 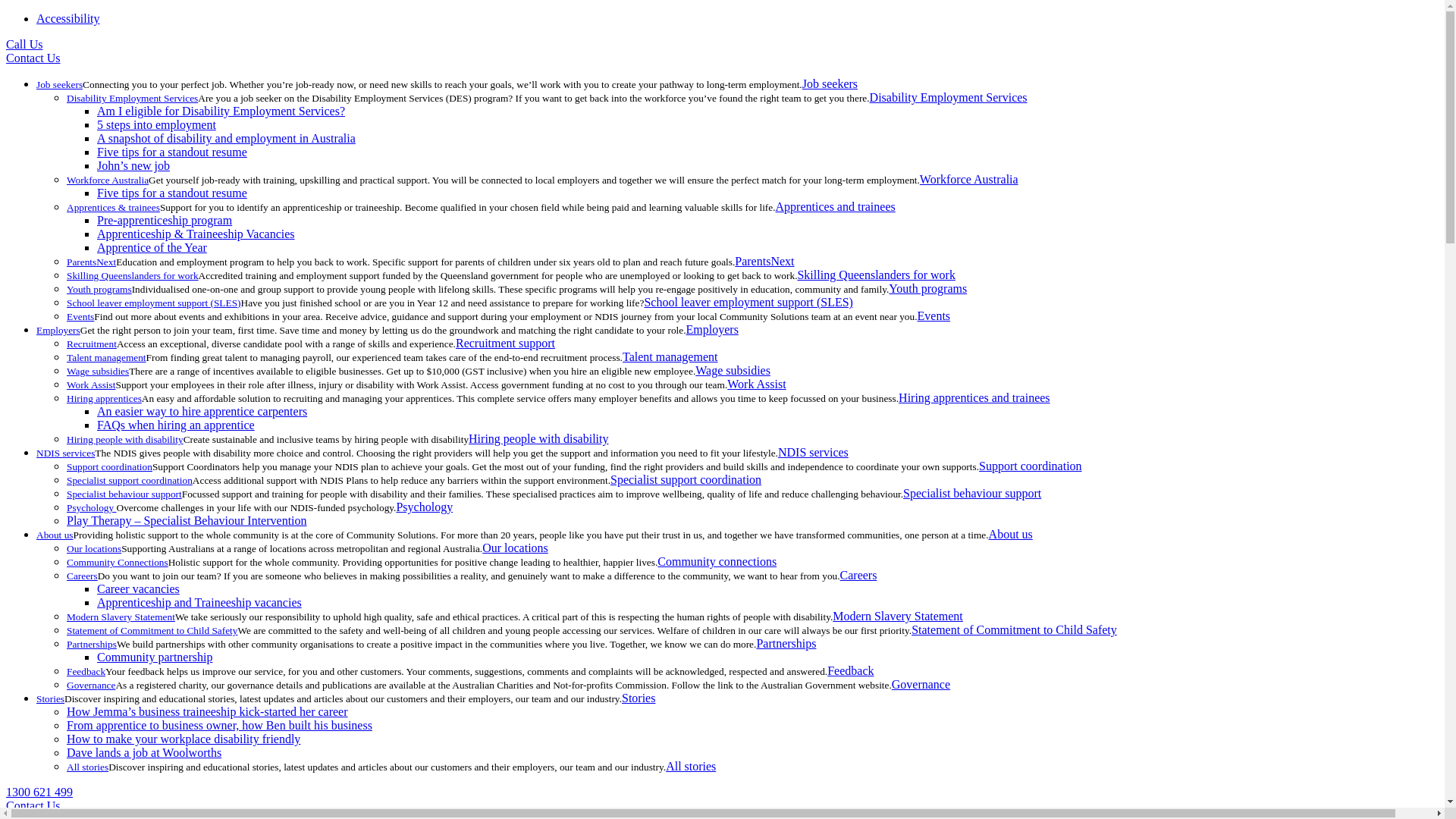 What do you see at coordinates (103, 397) in the screenshot?
I see `'Hiring apprentices'` at bounding box center [103, 397].